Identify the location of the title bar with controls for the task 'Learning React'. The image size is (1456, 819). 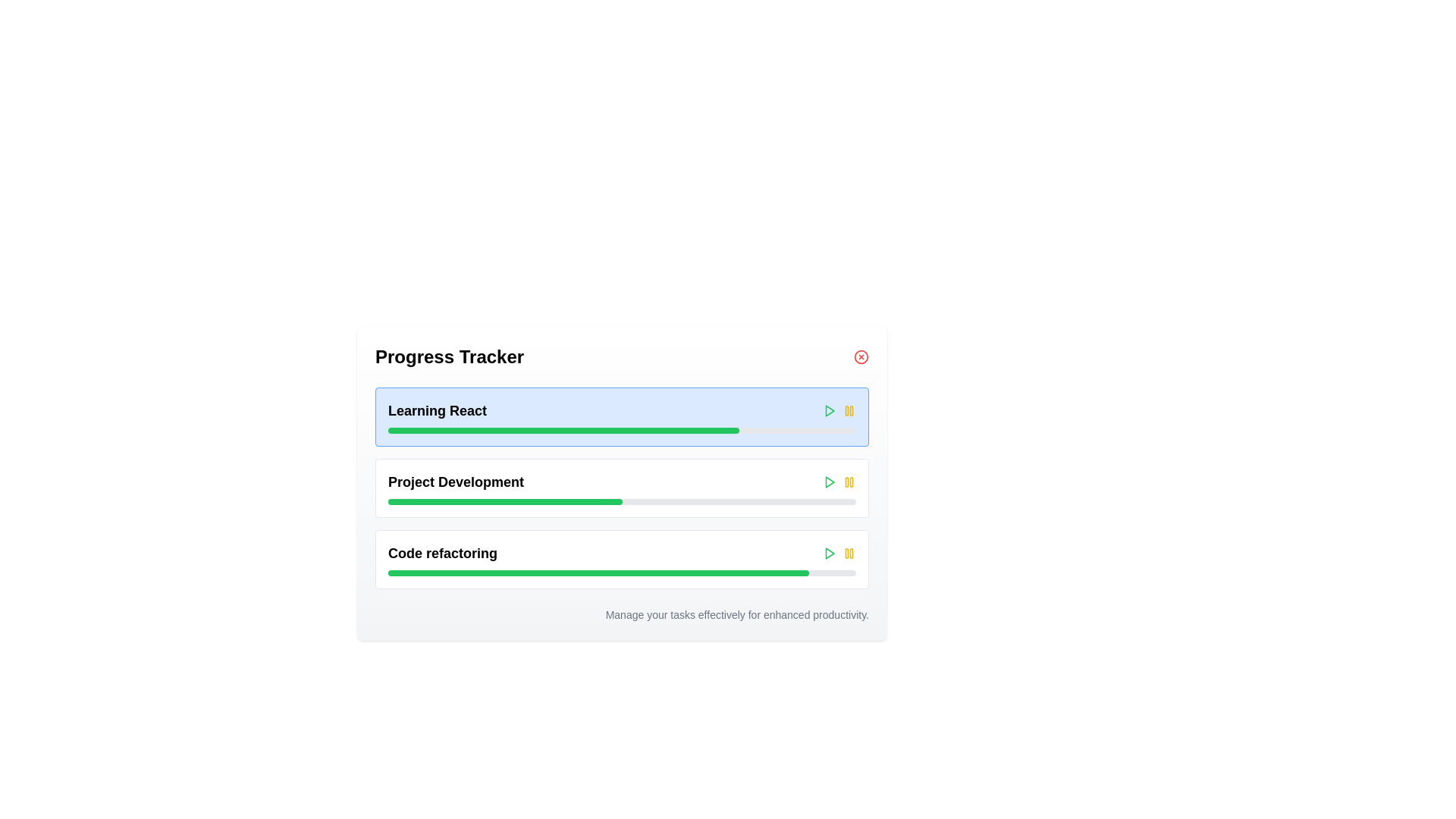
(622, 411).